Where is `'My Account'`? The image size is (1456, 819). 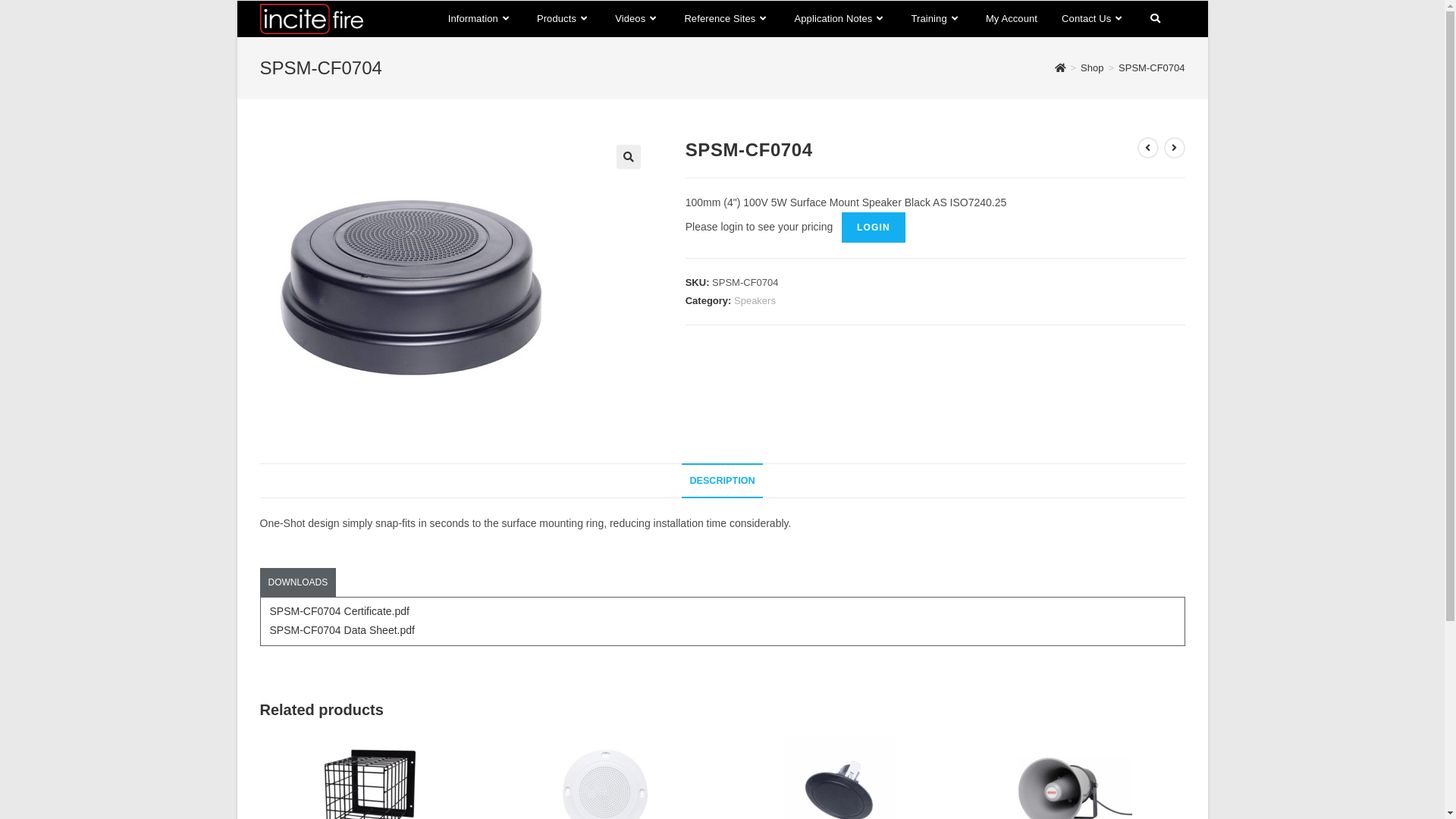 'My Account' is located at coordinates (1012, 18).